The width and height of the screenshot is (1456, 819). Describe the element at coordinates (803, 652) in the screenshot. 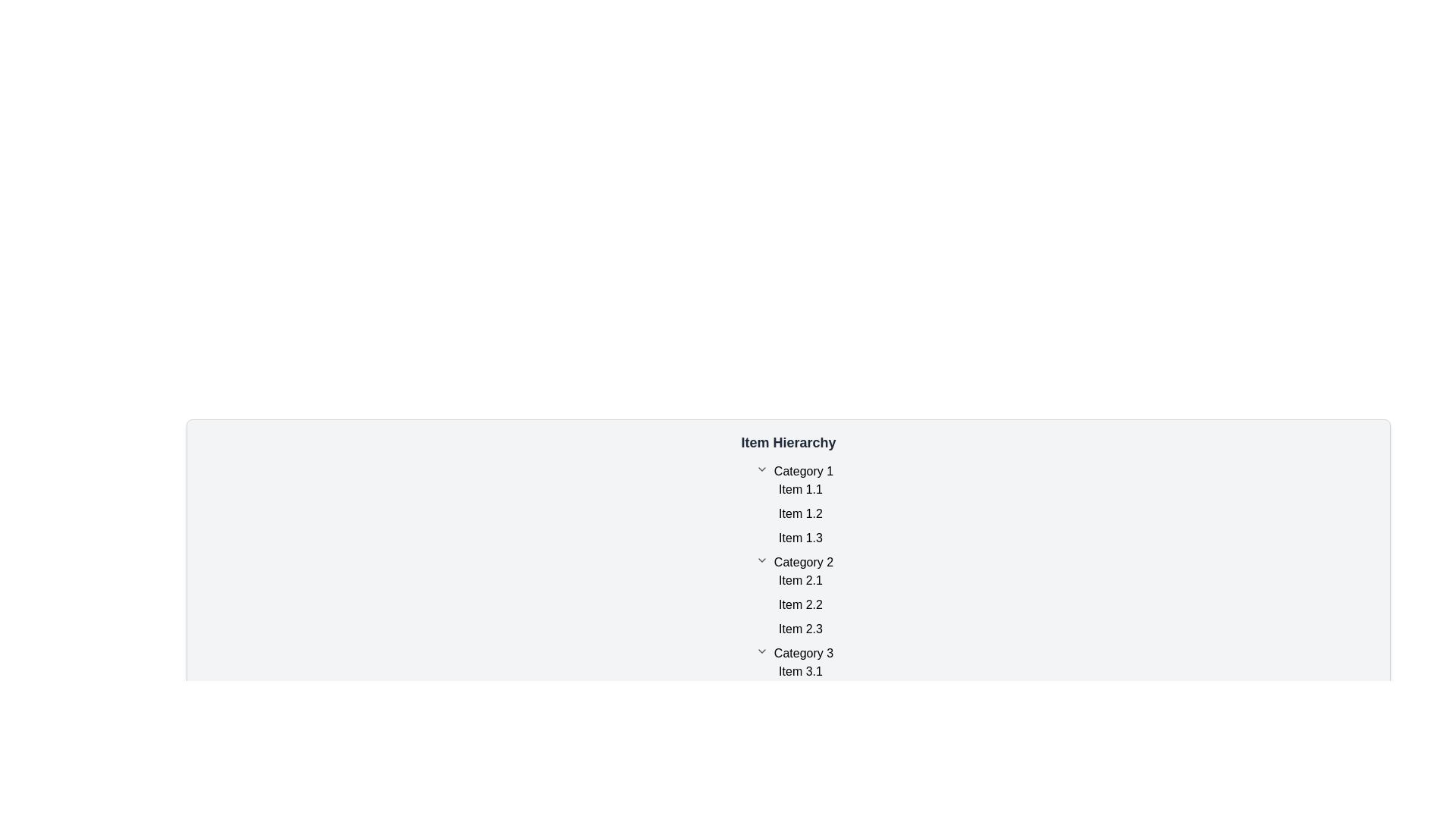

I see `the Static Text element that identifies the third category ('Category 3') in the hierarchical list under 'Item Hierarchy'` at that location.